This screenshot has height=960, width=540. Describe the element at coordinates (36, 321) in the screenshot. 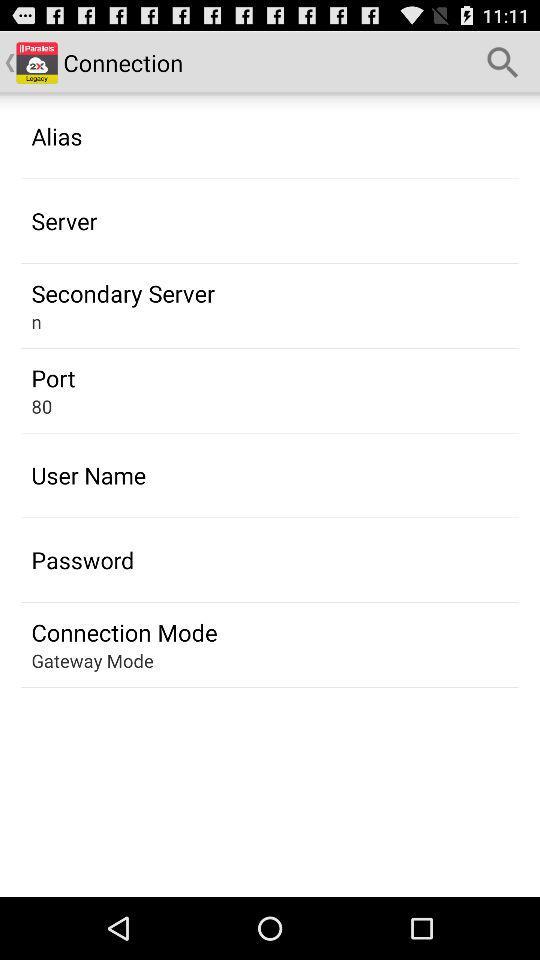

I see `icon below the secondary server item` at that location.